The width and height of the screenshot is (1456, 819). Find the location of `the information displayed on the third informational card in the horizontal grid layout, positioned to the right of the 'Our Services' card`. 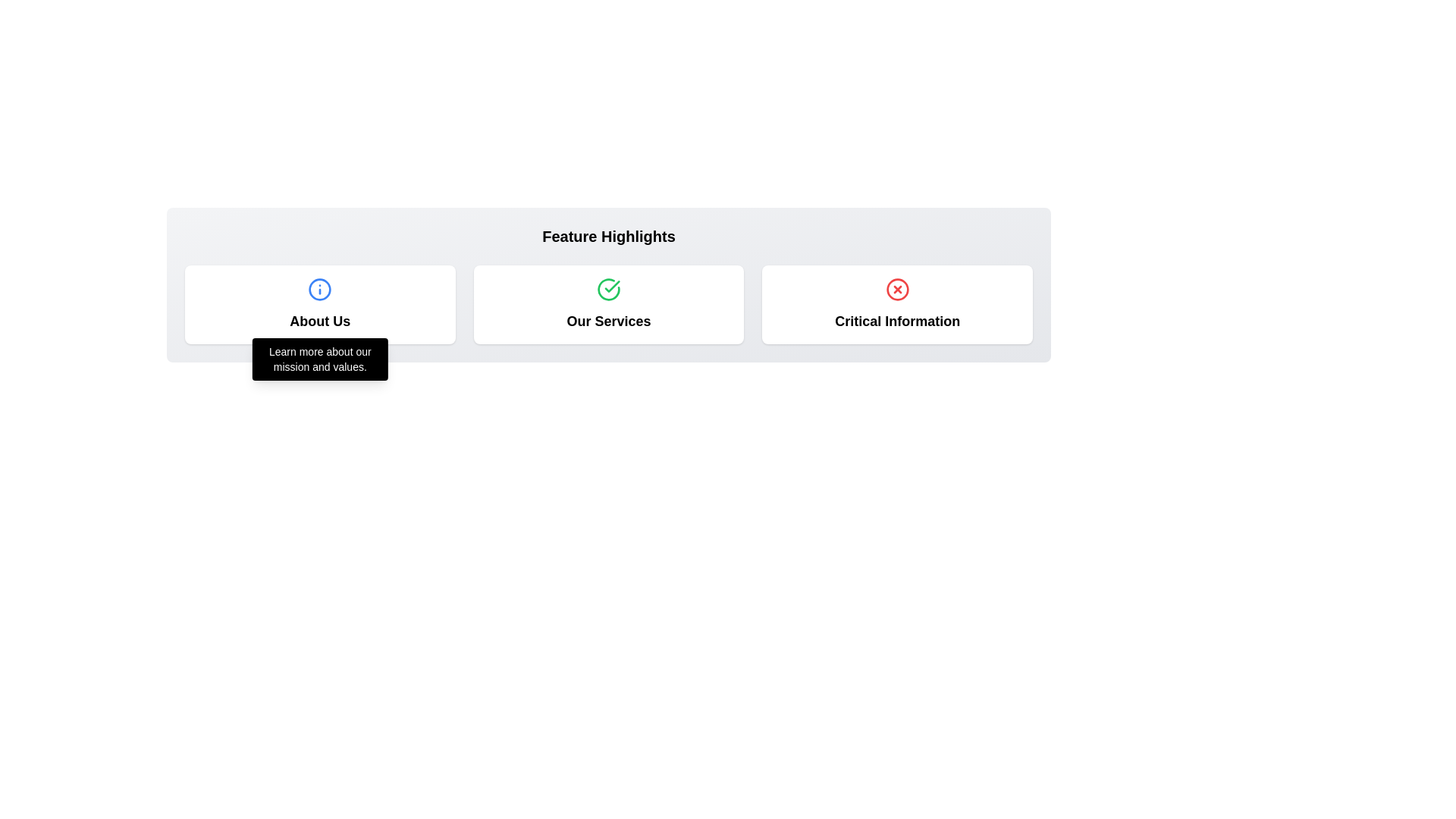

the information displayed on the third informational card in the horizontal grid layout, positioned to the right of the 'Our Services' card is located at coordinates (897, 304).